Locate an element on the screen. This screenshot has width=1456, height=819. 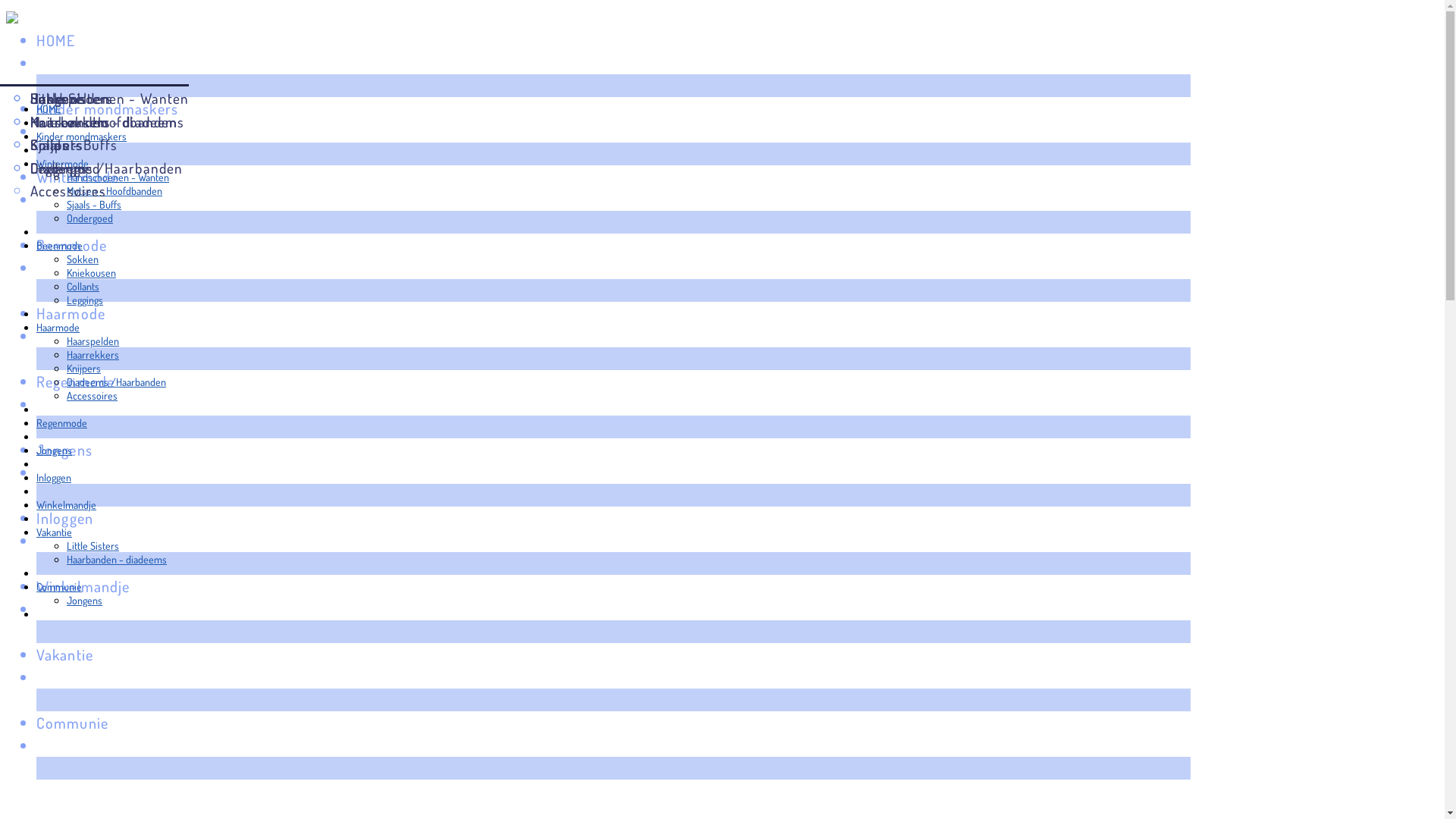
'Leggings' is located at coordinates (83, 300).